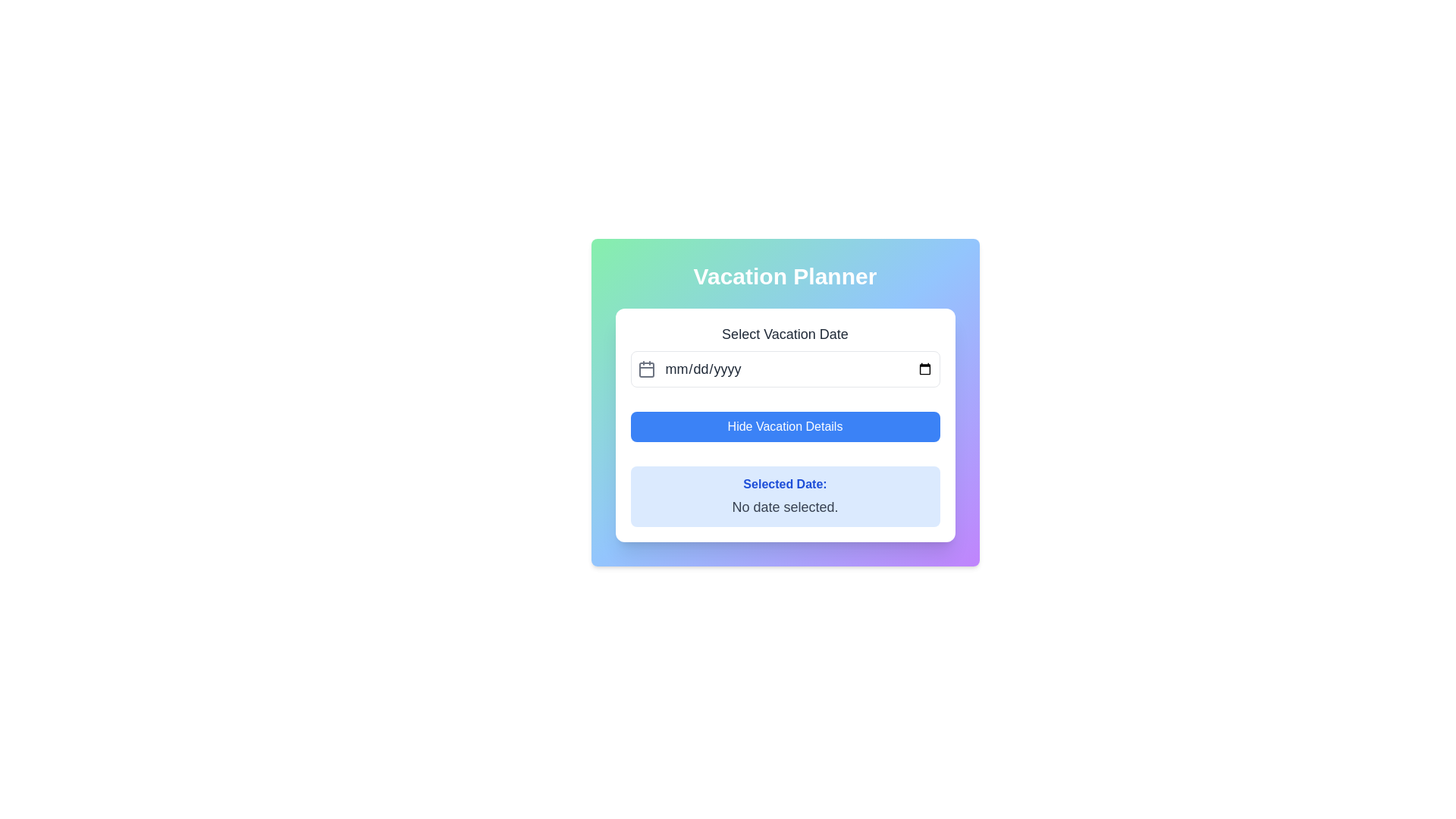  Describe the element at coordinates (785, 356) in the screenshot. I see `the 'Select Vacation Date' input field to trigger tooltip or focus effects` at that location.